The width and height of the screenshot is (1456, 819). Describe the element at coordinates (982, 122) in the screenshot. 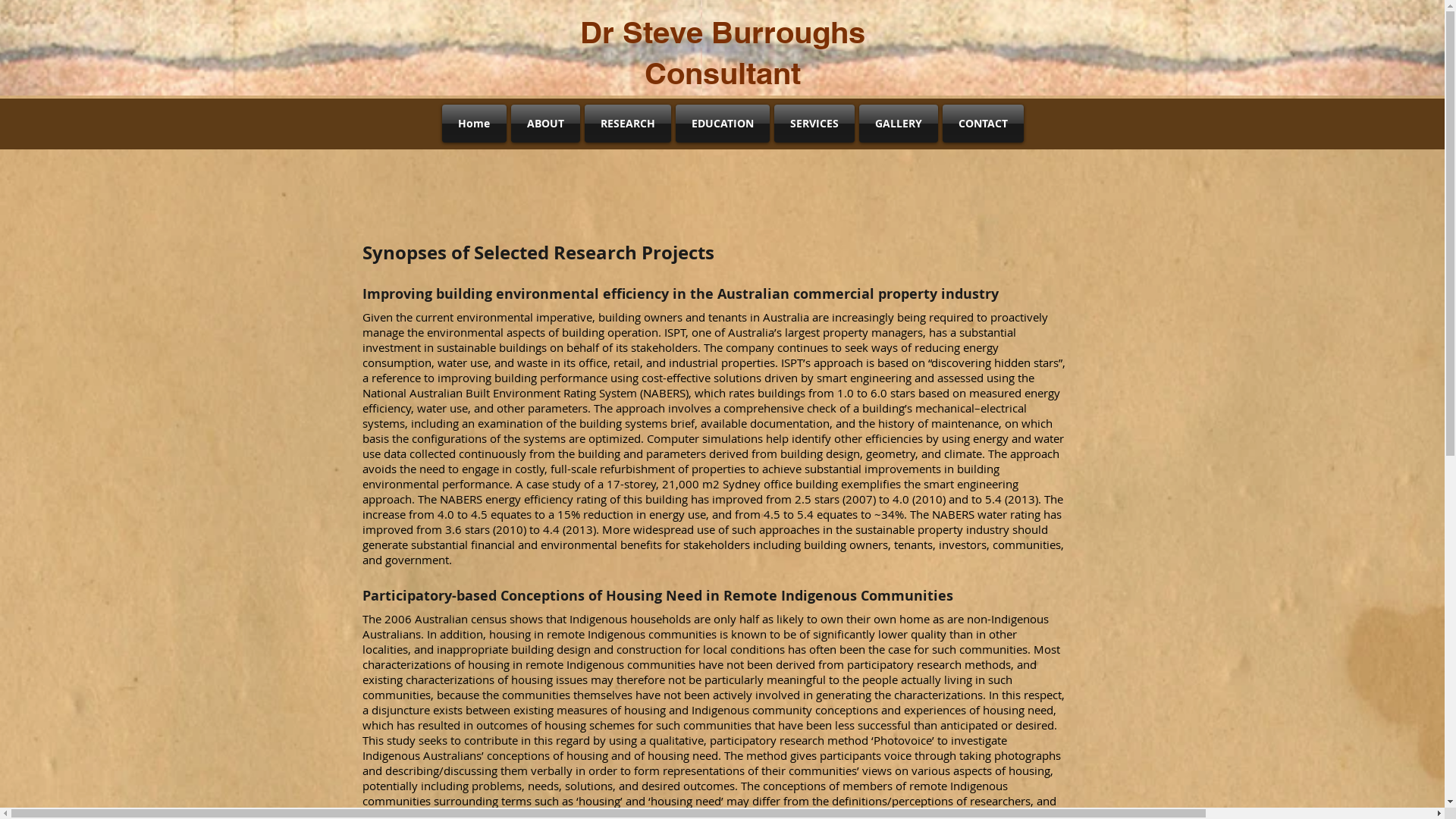

I see `'CONTACT'` at that location.